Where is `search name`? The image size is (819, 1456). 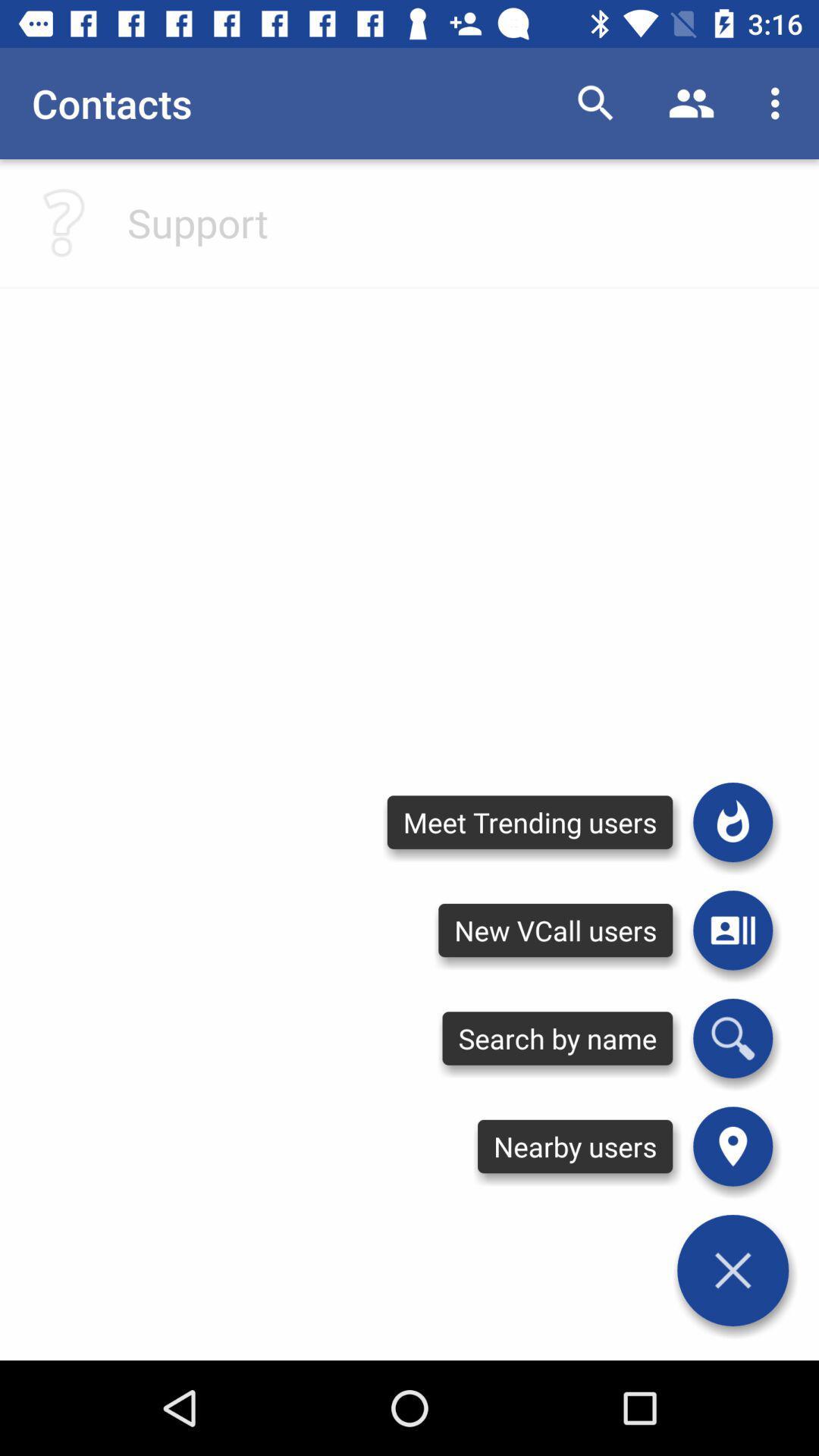 search name is located at coordinates (732, 1037).